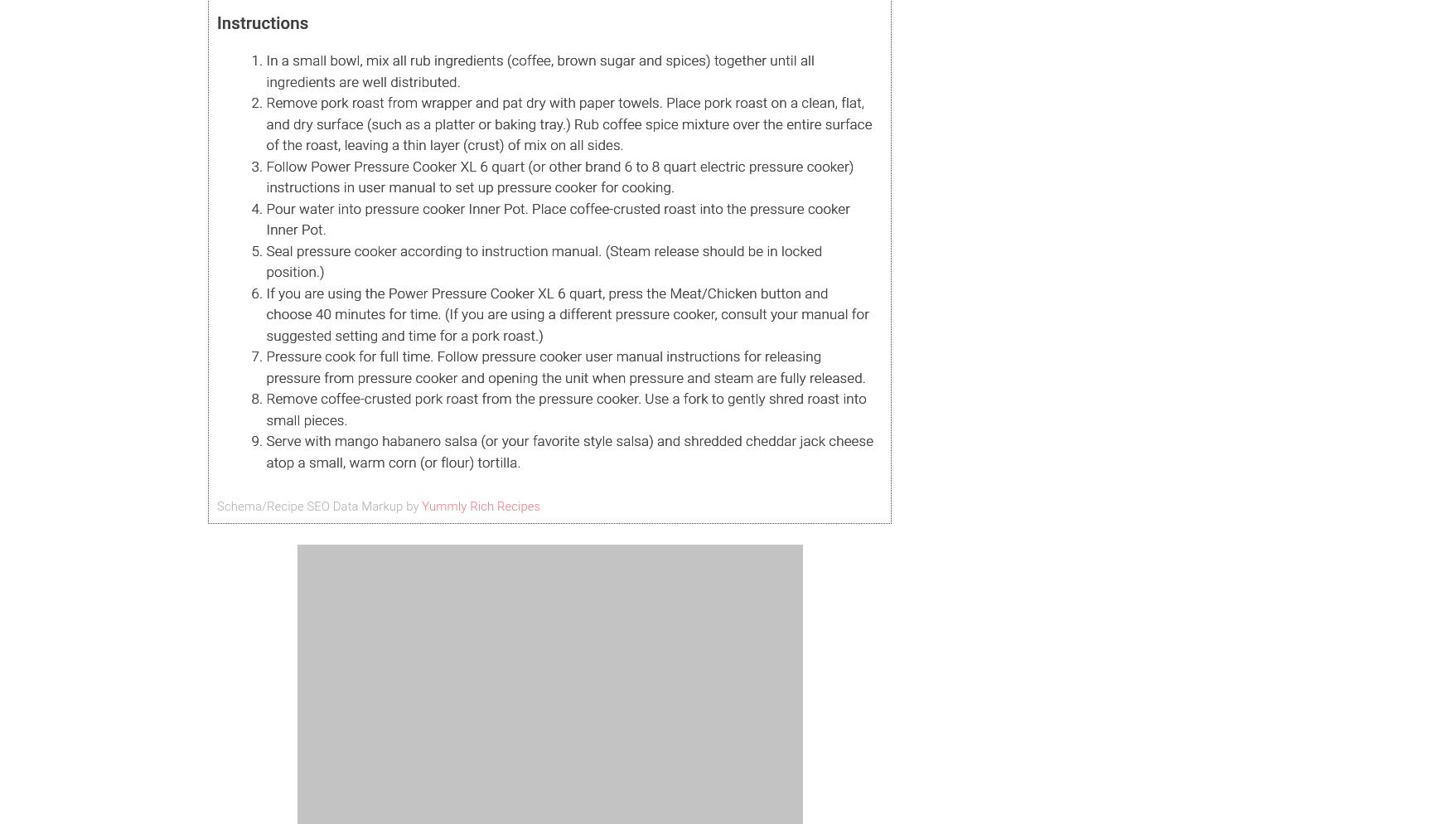 The height and width of the screenshot is (824, 1456). Describe the element at coordinates (543, 260) in the screenshot. I see `'Seal pressure cooker according to instruction manual. (Steam release should be in locked position.)'` at that location.